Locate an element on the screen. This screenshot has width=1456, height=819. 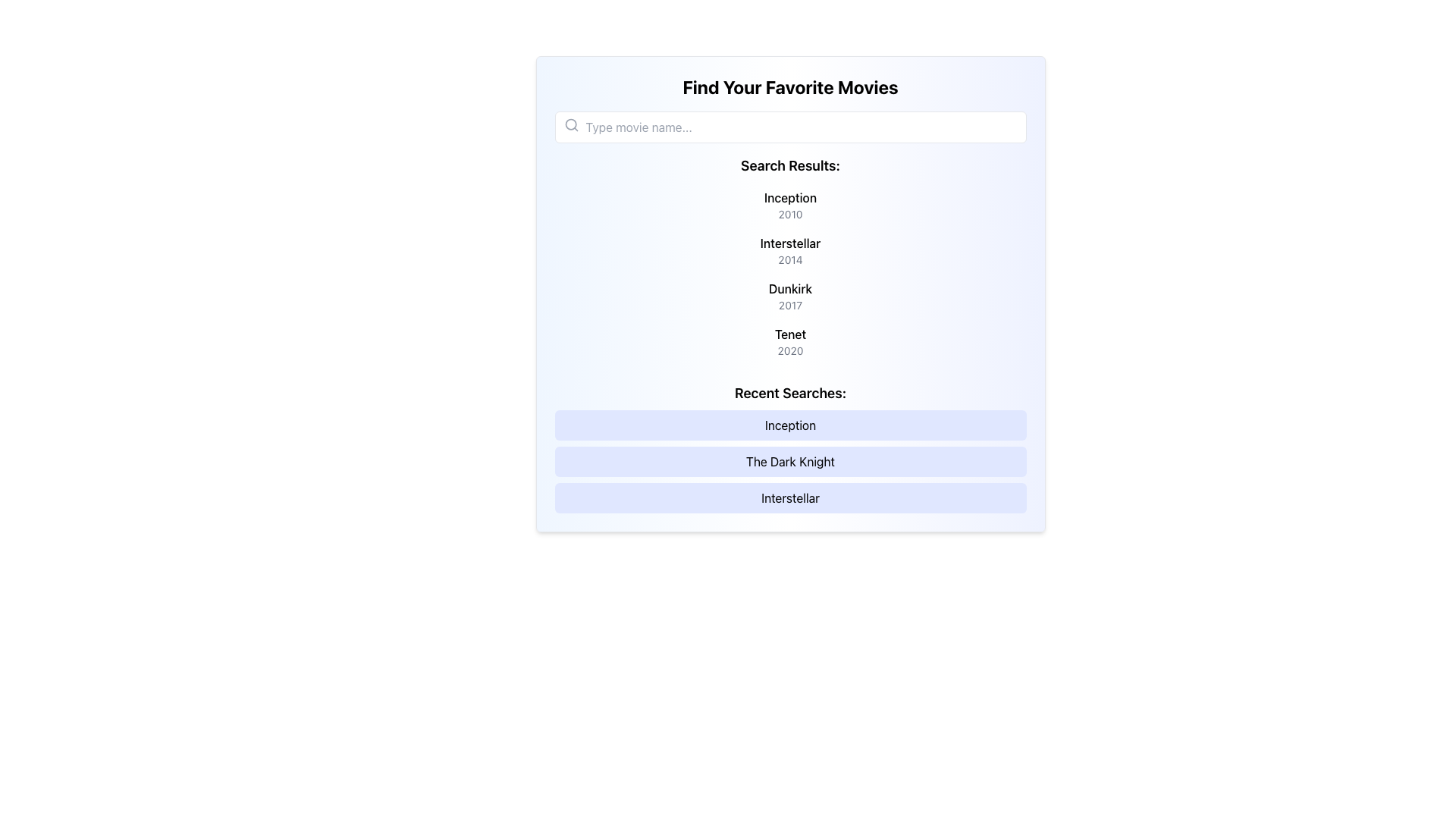
the static text label displaying the release year of the movie 'Inception', which is located below the movie title in the search results section is located at coordinates (789, 214).